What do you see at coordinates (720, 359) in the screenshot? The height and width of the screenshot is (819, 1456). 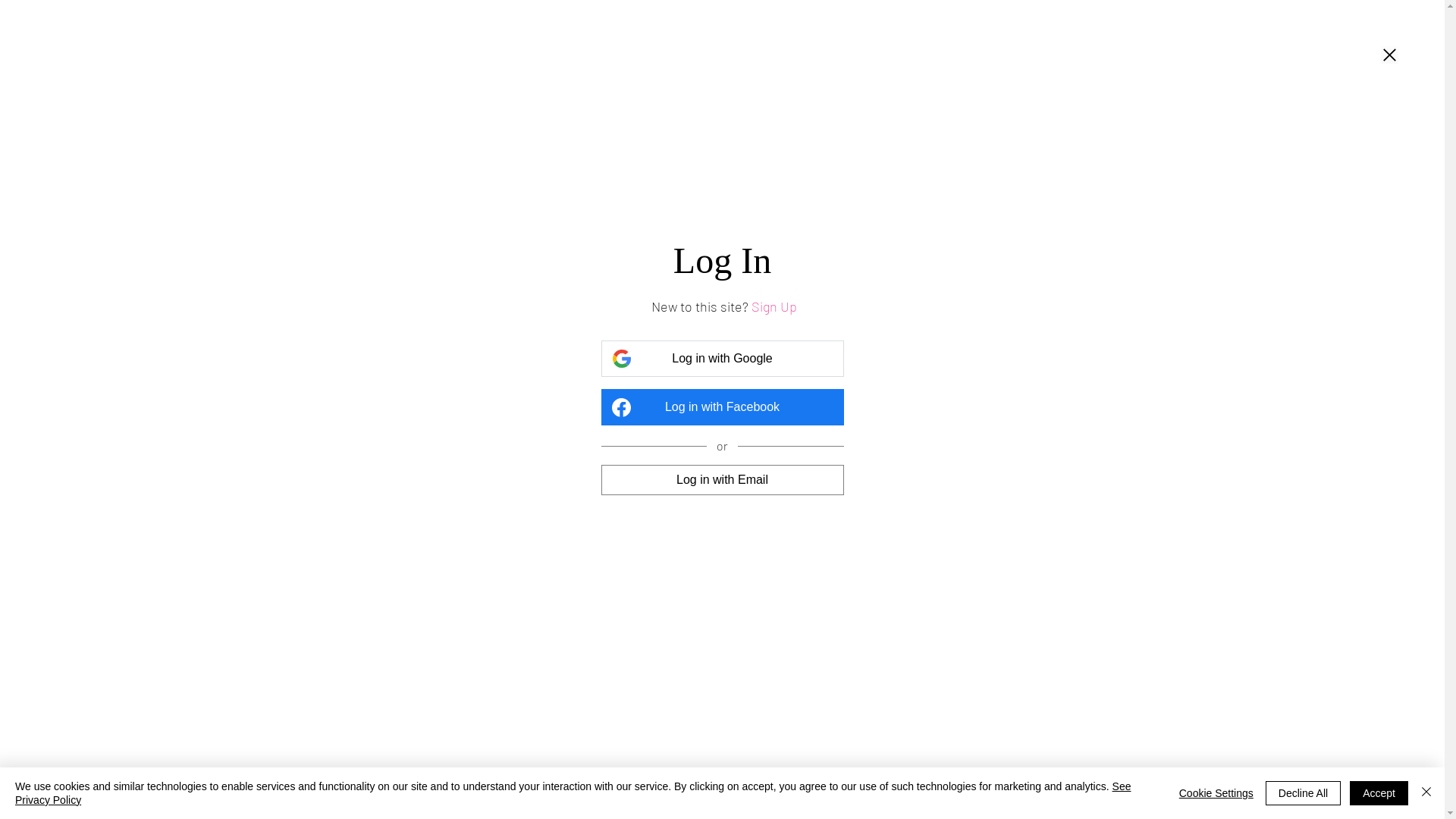 I see `'Log in with Google'` at bounding box center [720, 359].